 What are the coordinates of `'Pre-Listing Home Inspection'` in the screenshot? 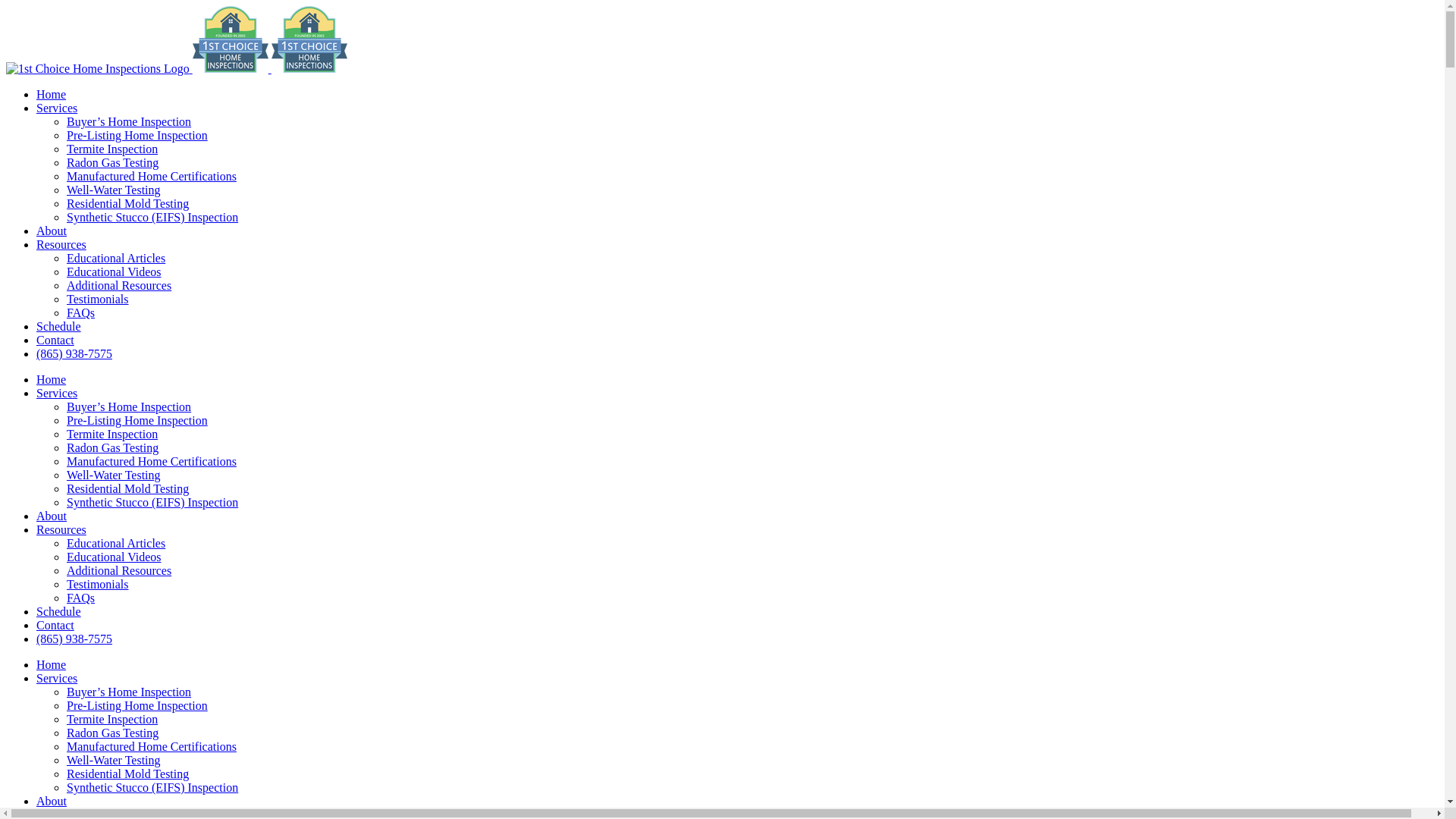 It's located at (137, 420).